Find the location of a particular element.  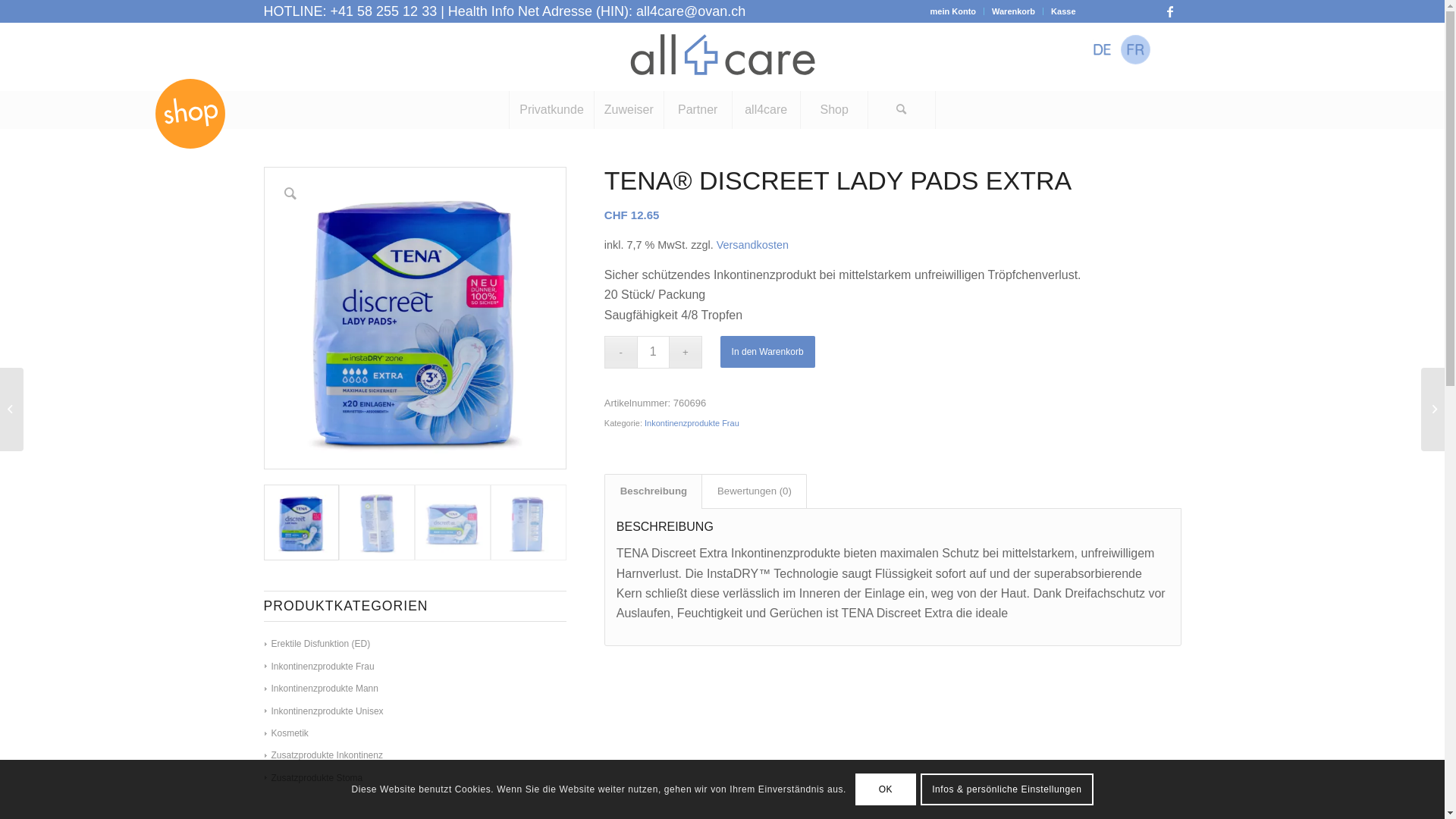

'Facebook' is located at coordinates (1169, 11).